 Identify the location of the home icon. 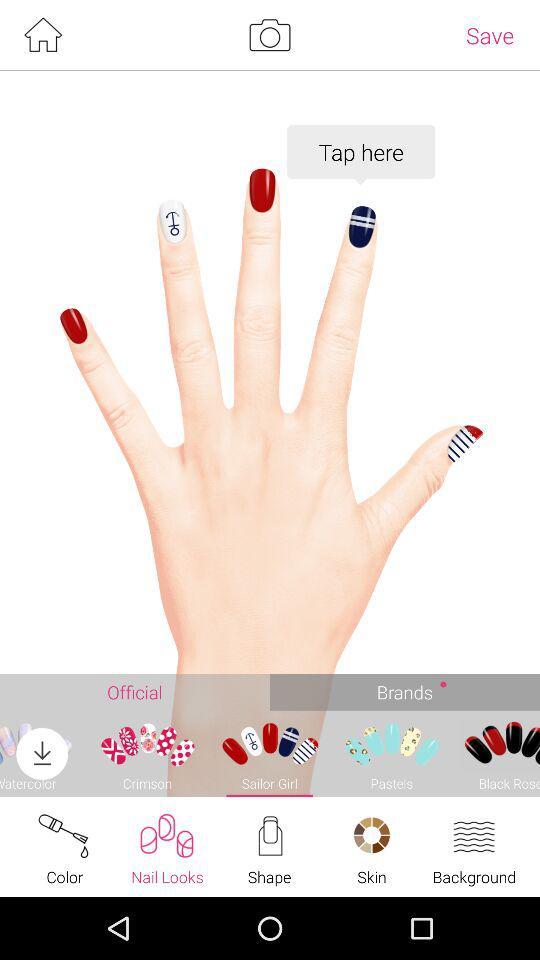
(42, 36).